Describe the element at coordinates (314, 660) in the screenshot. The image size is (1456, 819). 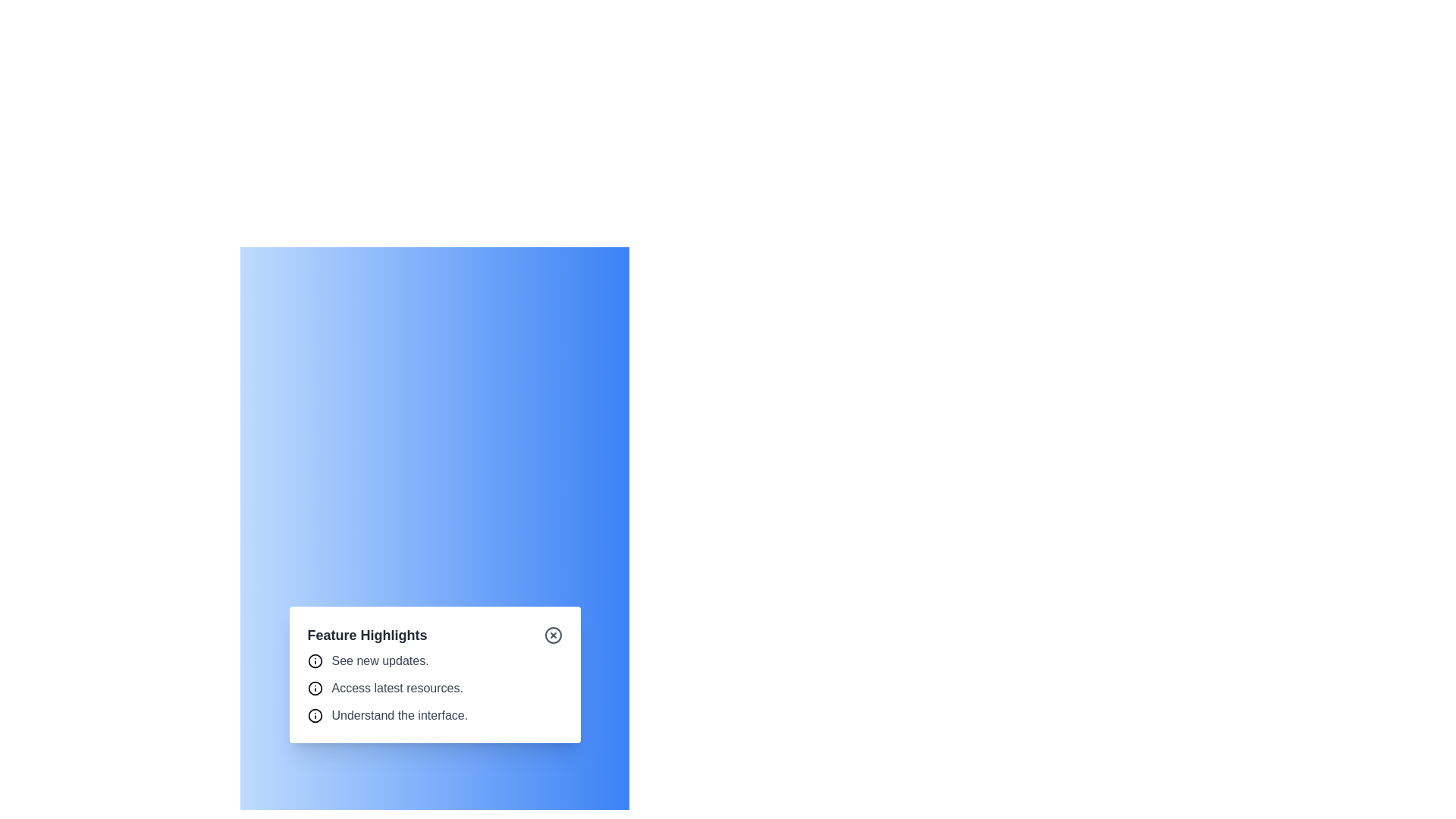
I see `the informational icon located in the top-left corner of the layout that contains the text 'See new updates.'` at that location.